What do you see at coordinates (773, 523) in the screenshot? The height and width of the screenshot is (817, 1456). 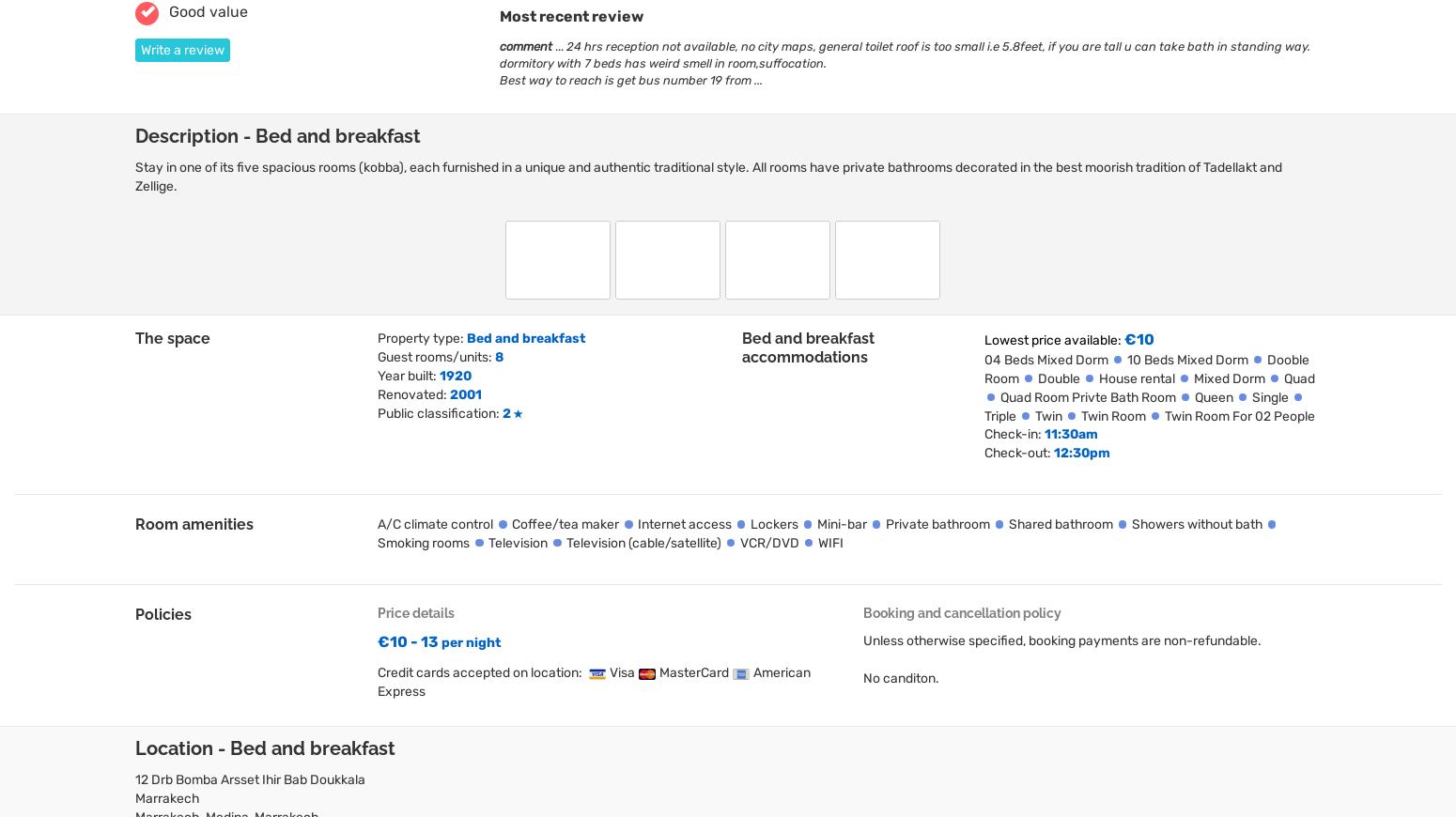 I see `'Lockers'` at bounding box center [773, 523].